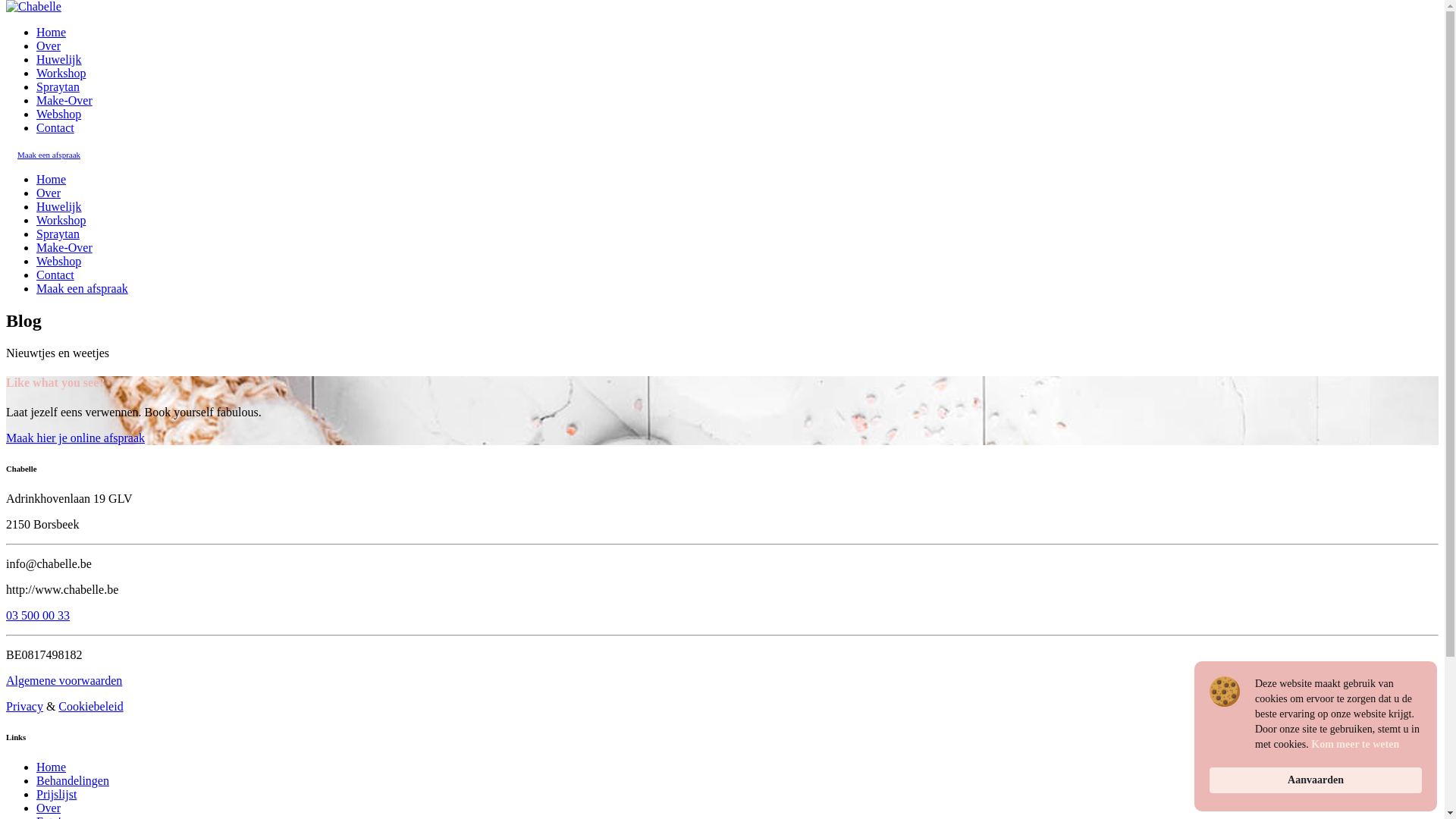 The width and height of the screenshot is (1456, 819). Describe the element at coordinates (58, 234) in the screenshot. I see `'Spraytan'` at that location.